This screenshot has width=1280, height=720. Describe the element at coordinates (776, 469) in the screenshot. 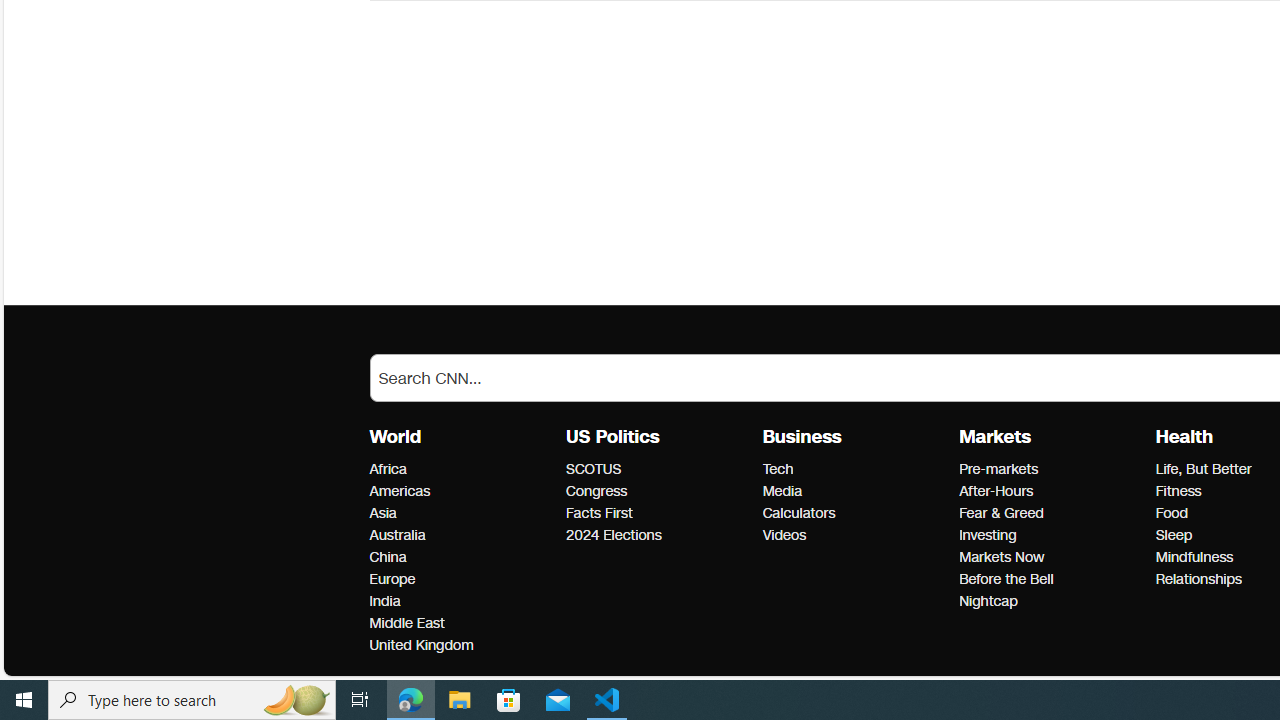

I see `'Business Tech'` at that location.